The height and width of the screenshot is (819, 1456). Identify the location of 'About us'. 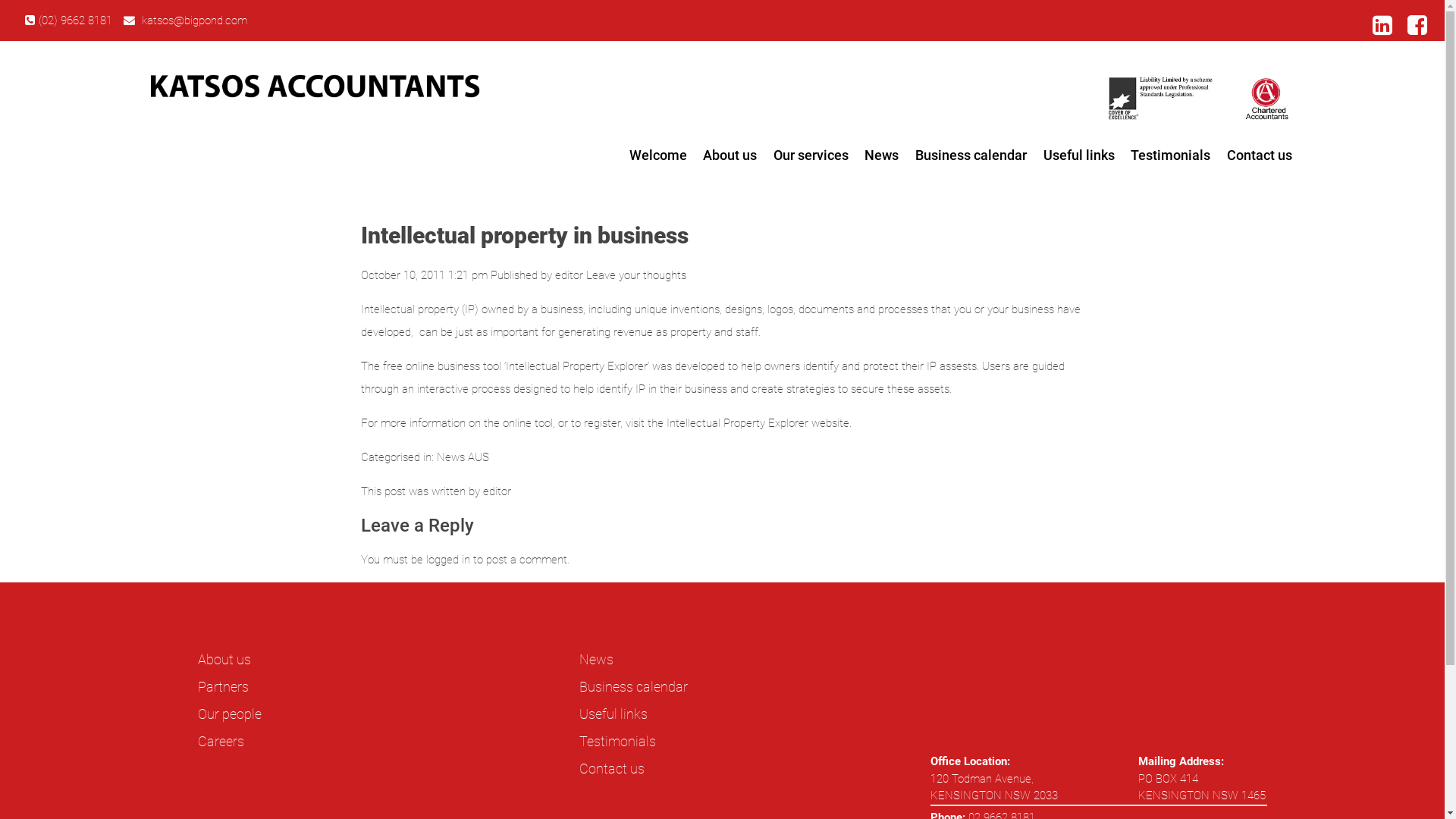
(224, 658).